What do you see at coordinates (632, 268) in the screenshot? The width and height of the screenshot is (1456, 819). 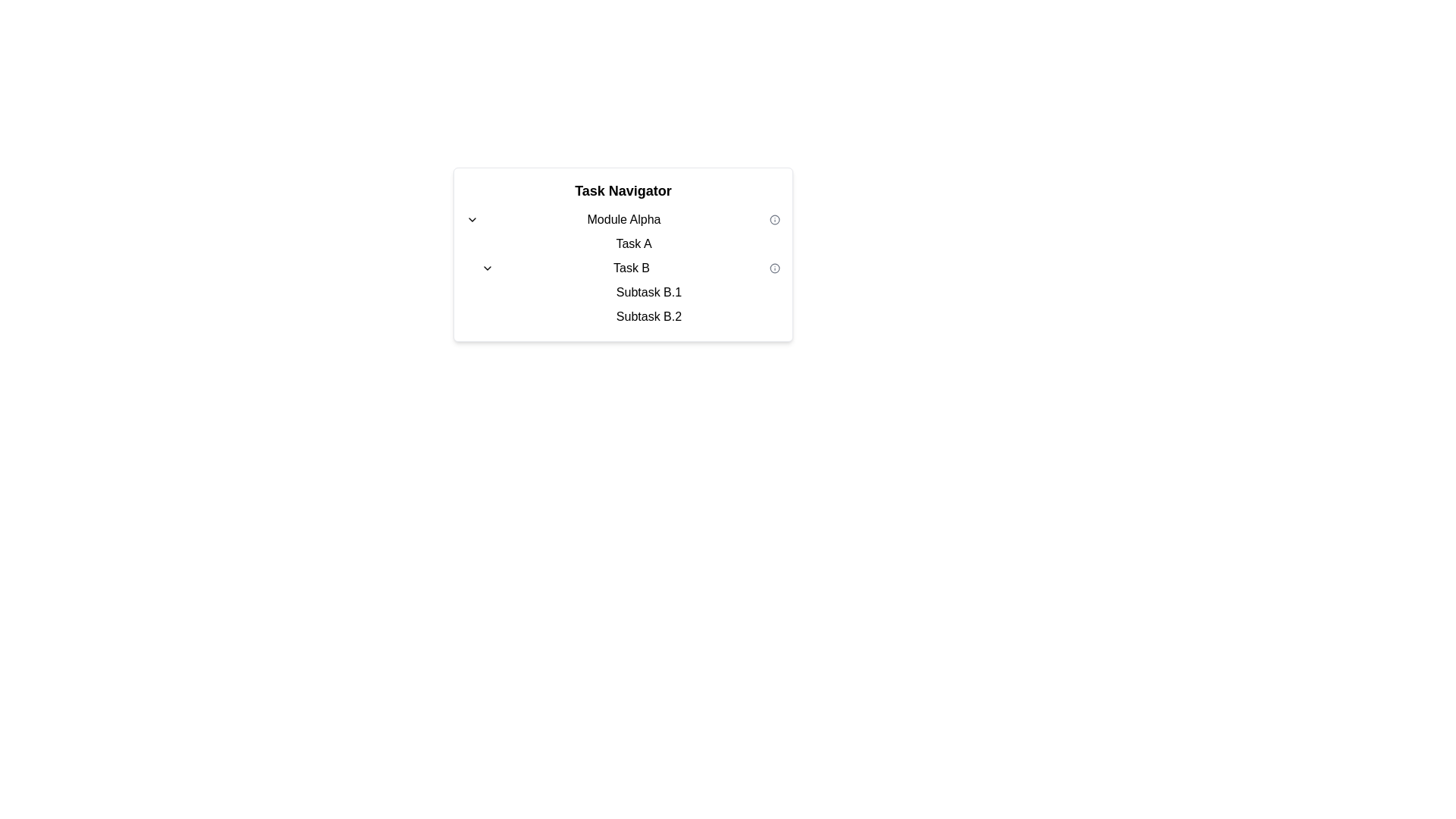 I see `the 'Task B' text label` at bounding box center [632, 268].